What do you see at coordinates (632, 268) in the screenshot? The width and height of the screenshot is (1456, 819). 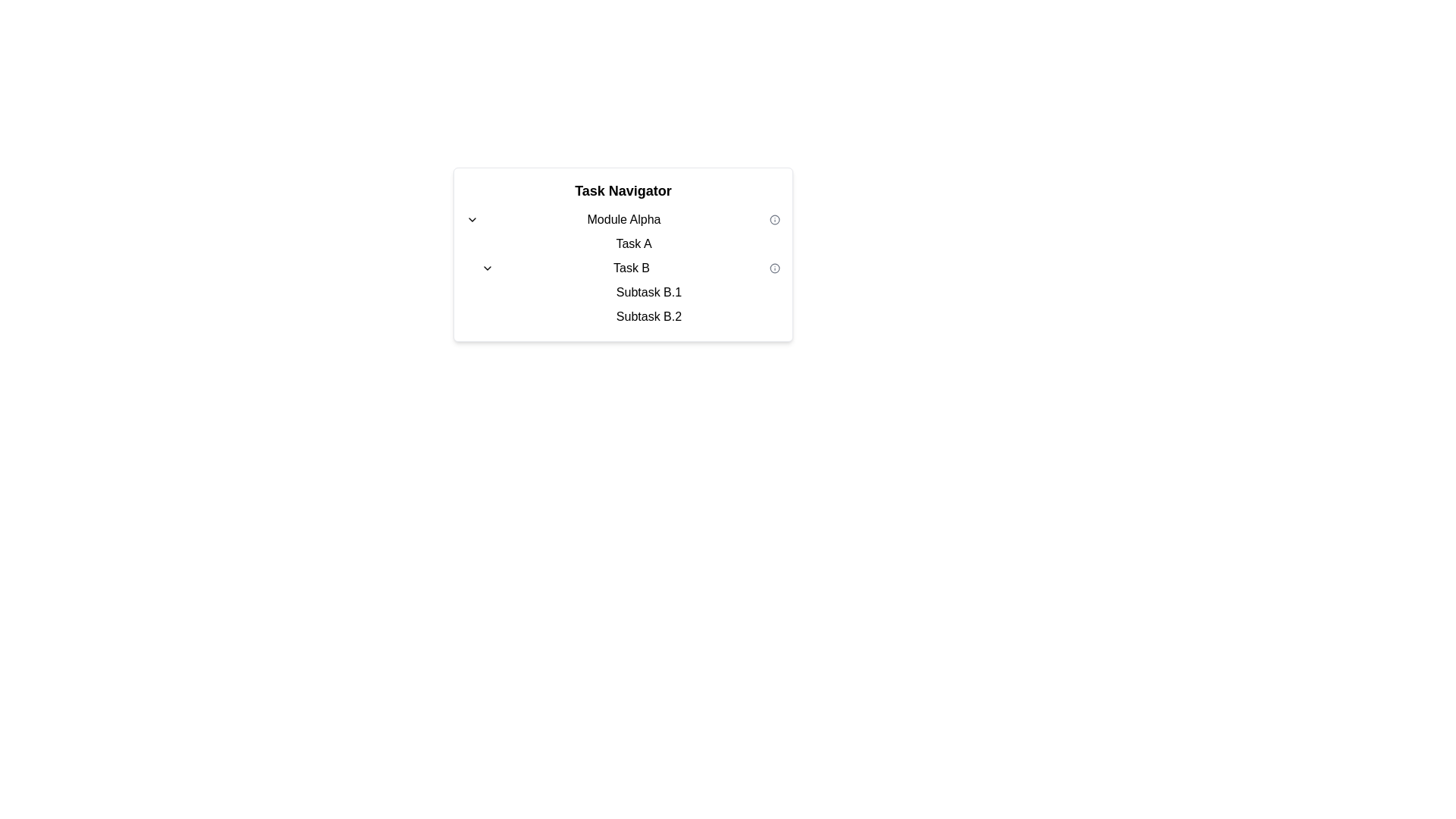 I see `the 'Task B' text label` at bounding box center [632, 268].